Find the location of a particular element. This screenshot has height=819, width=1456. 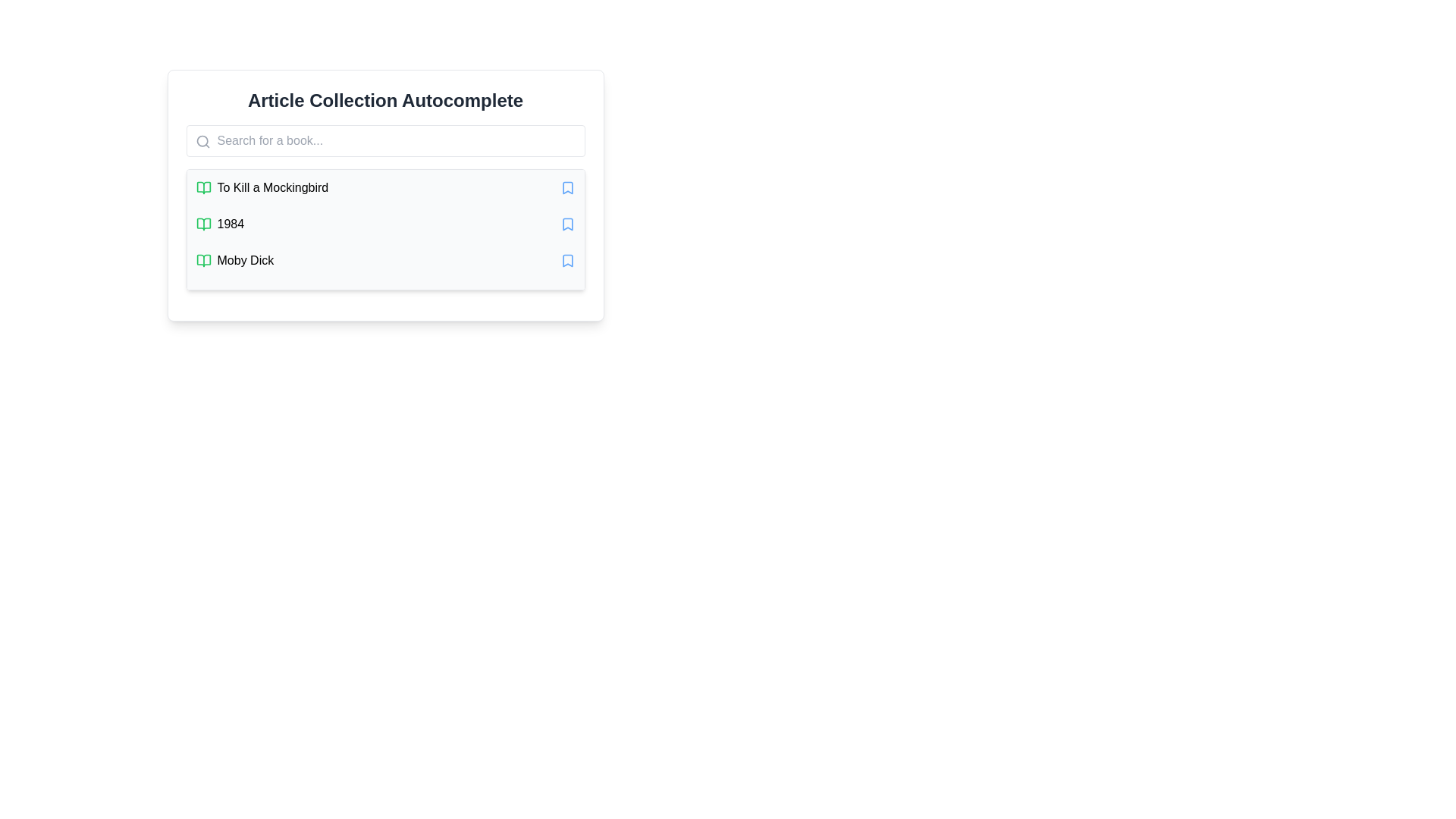

the text label displaying 'To Kill a Mockingbird' is located at coordinates (272, 187).